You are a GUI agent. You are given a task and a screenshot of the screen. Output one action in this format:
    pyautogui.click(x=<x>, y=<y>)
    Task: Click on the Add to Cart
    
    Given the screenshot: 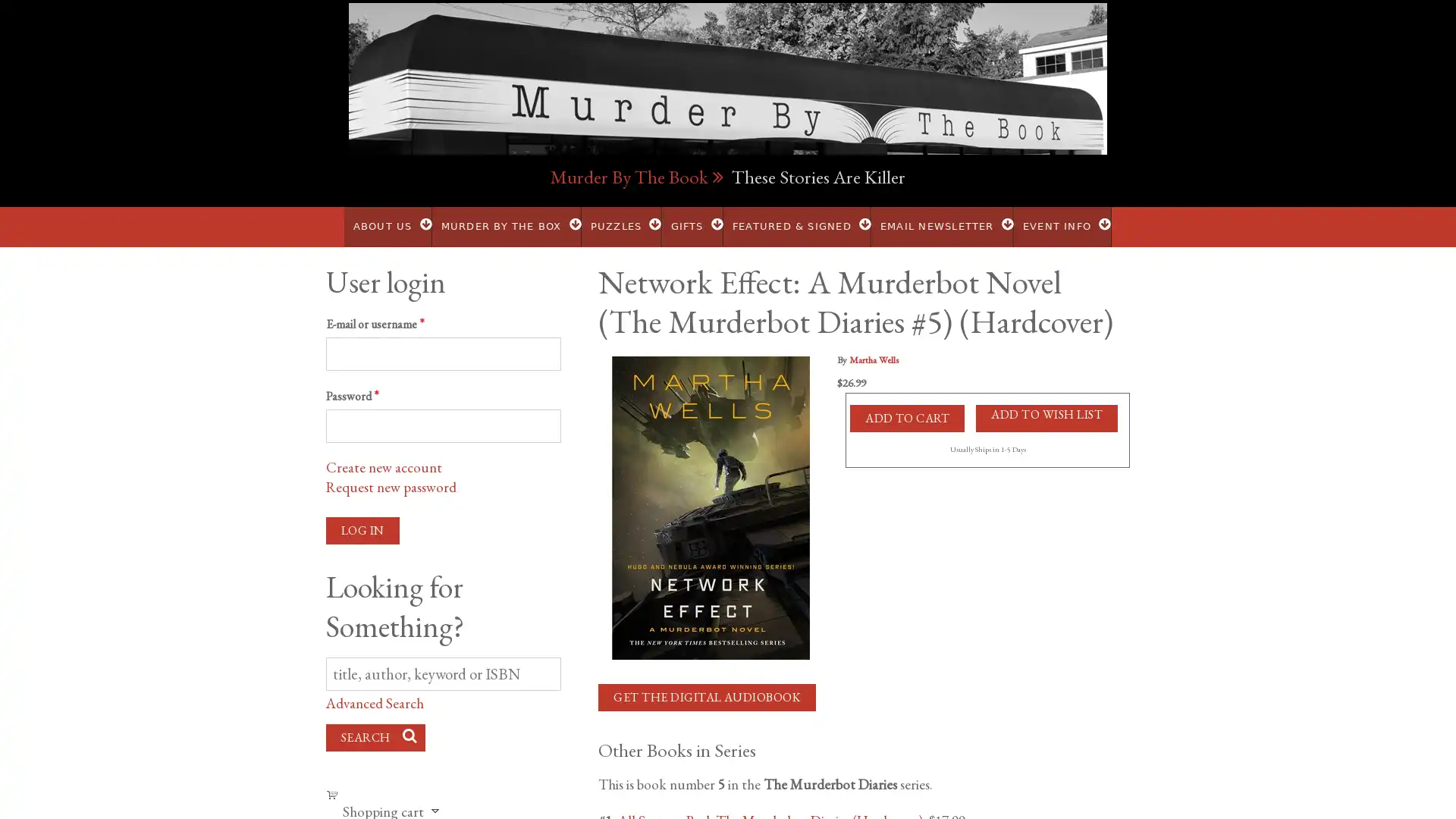 What is the action you would take?
    pyautogui.click(x=907, y=447)
    